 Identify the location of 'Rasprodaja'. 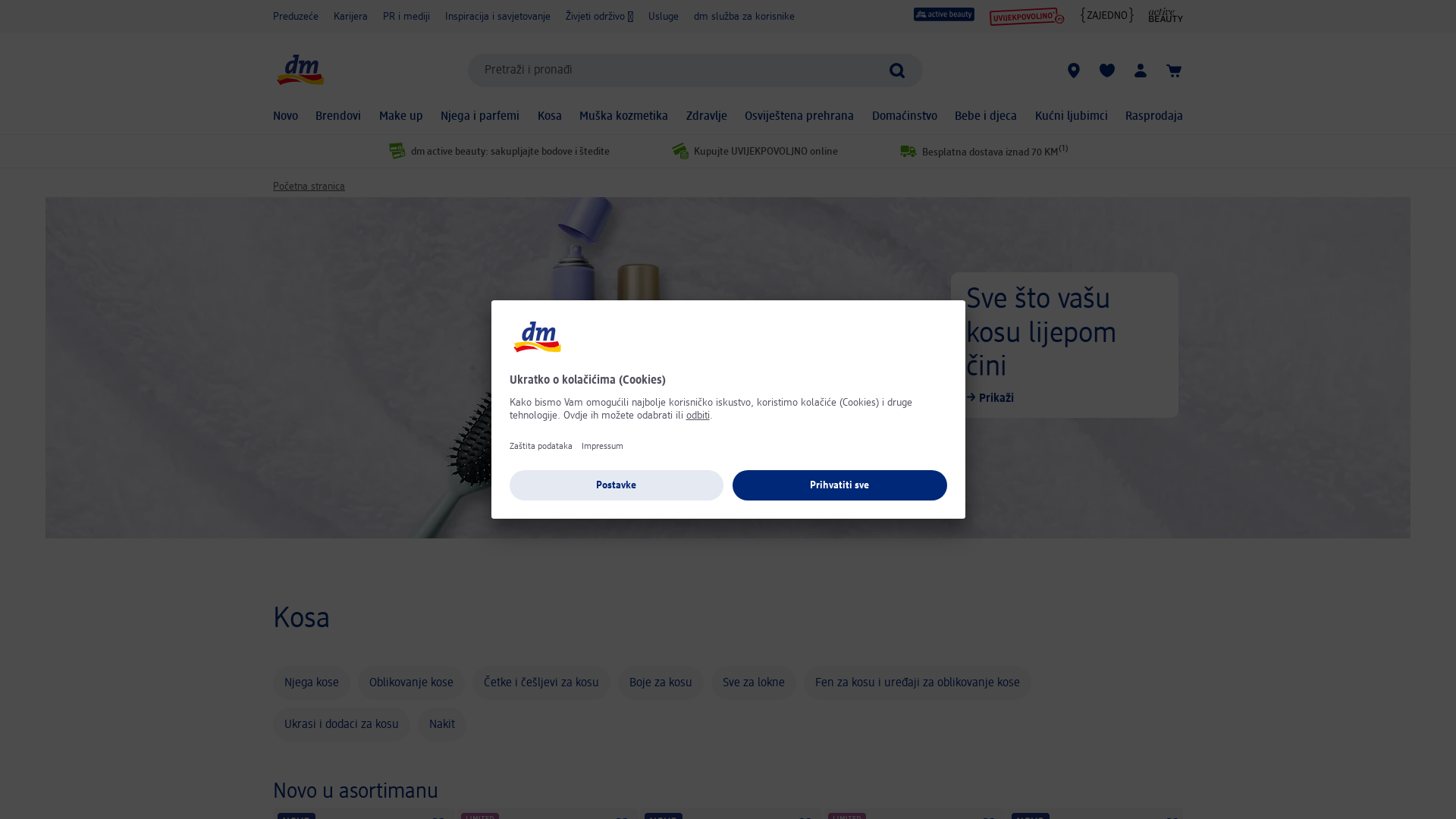
(1147, 116).